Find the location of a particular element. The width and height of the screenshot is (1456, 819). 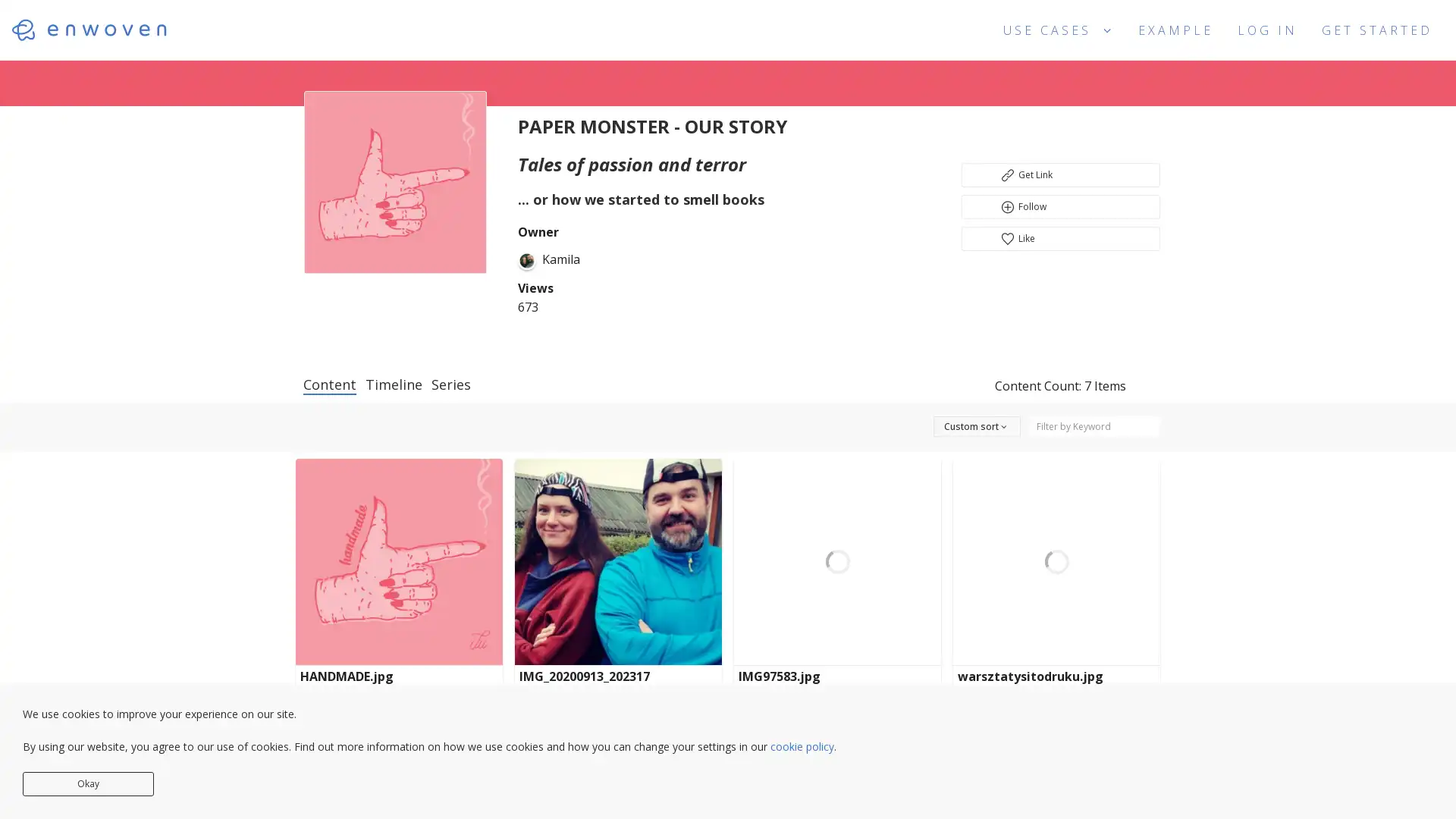

Edit is located at coordinates (618, 721).